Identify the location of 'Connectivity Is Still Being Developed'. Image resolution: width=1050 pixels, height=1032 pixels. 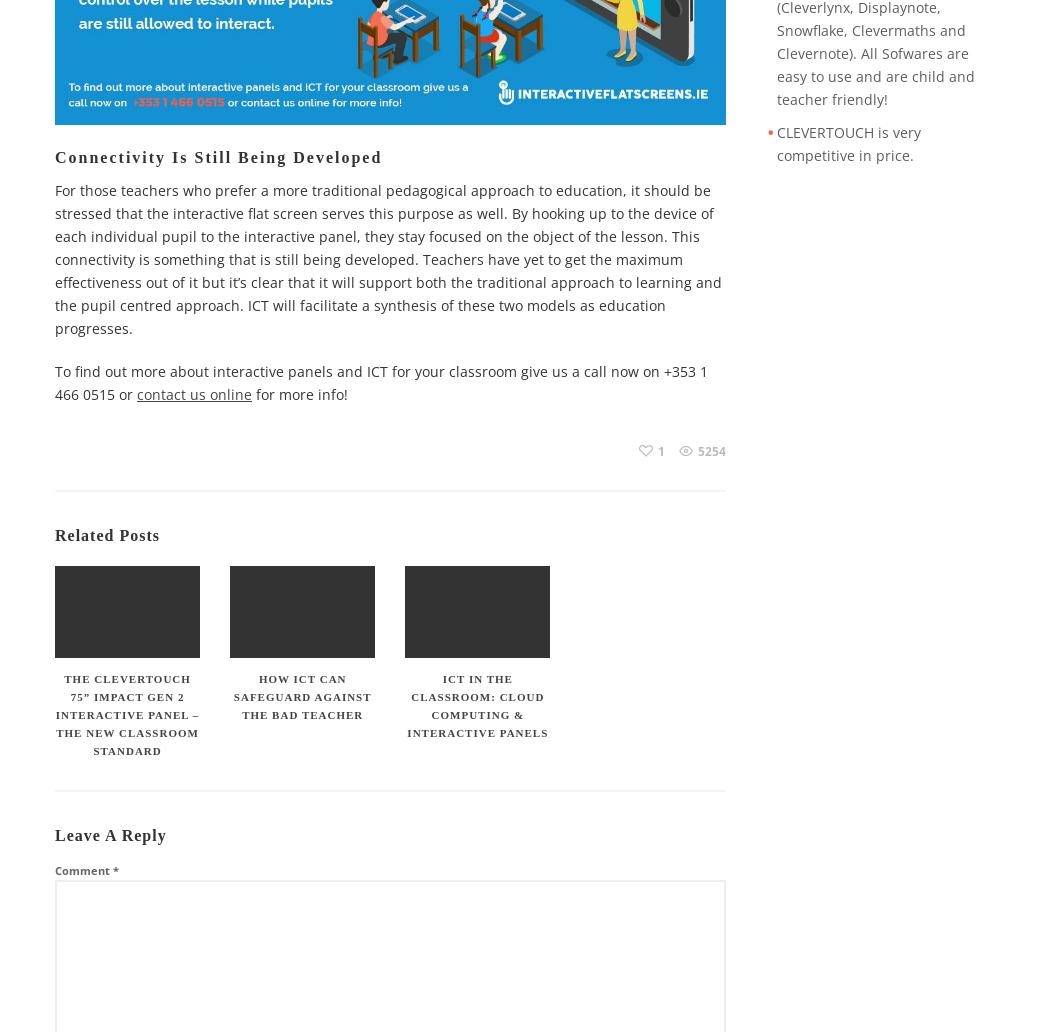
(217, 155).